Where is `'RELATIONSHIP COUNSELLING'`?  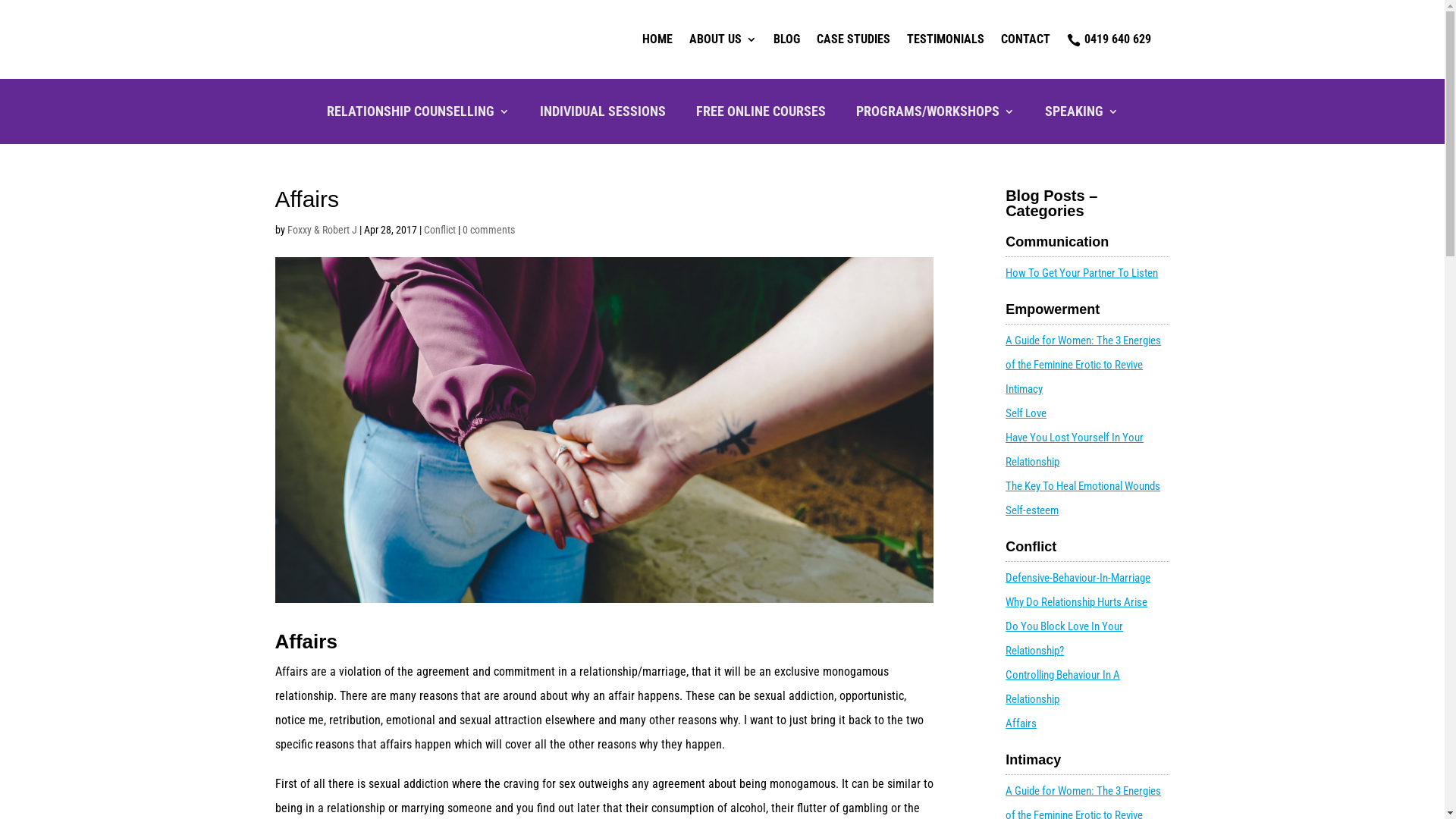 'RELATIONSHIP COUNSELLING' is located at coordinates (325, 113).